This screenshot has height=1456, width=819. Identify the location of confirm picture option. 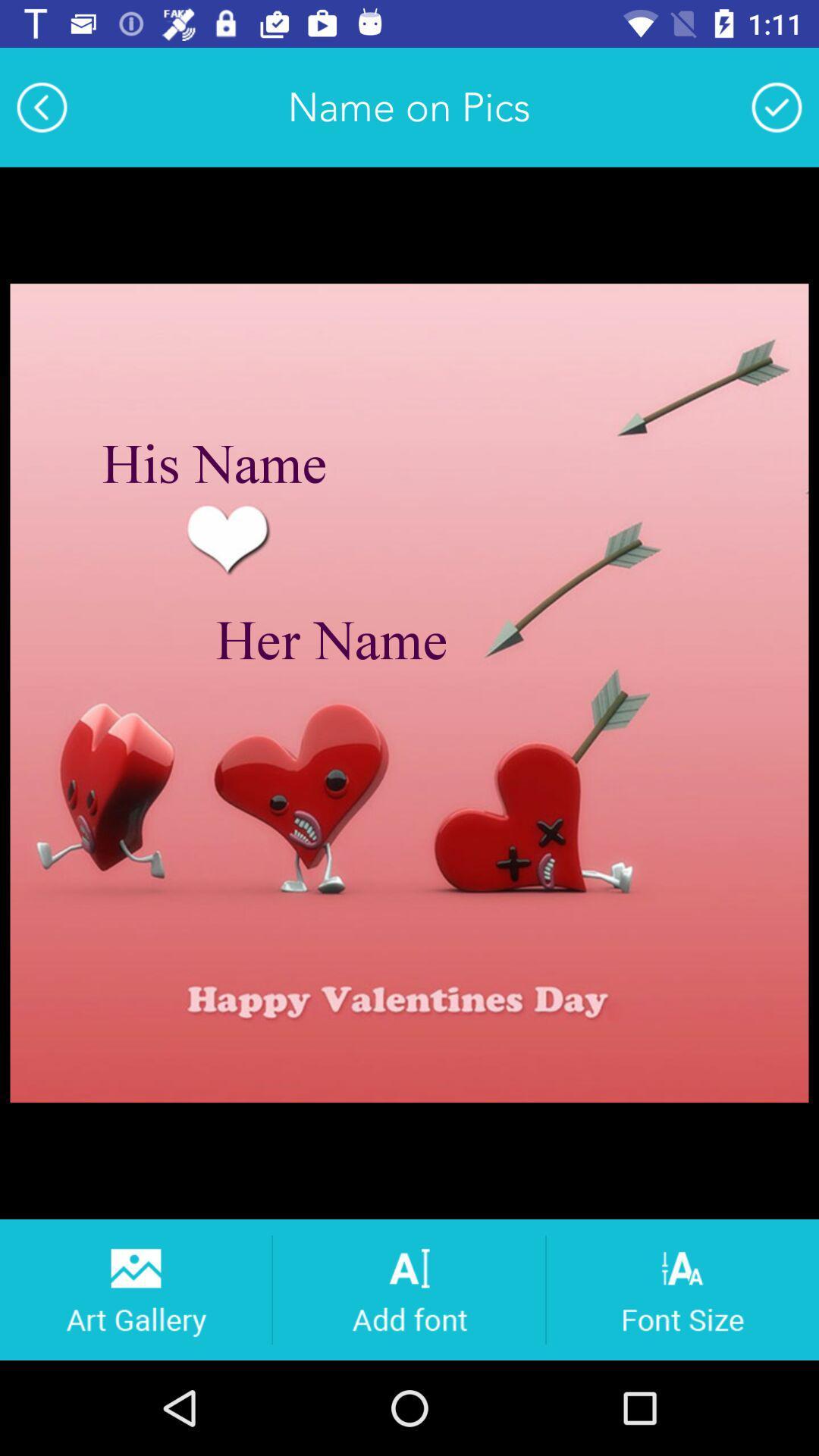
(777, 106).